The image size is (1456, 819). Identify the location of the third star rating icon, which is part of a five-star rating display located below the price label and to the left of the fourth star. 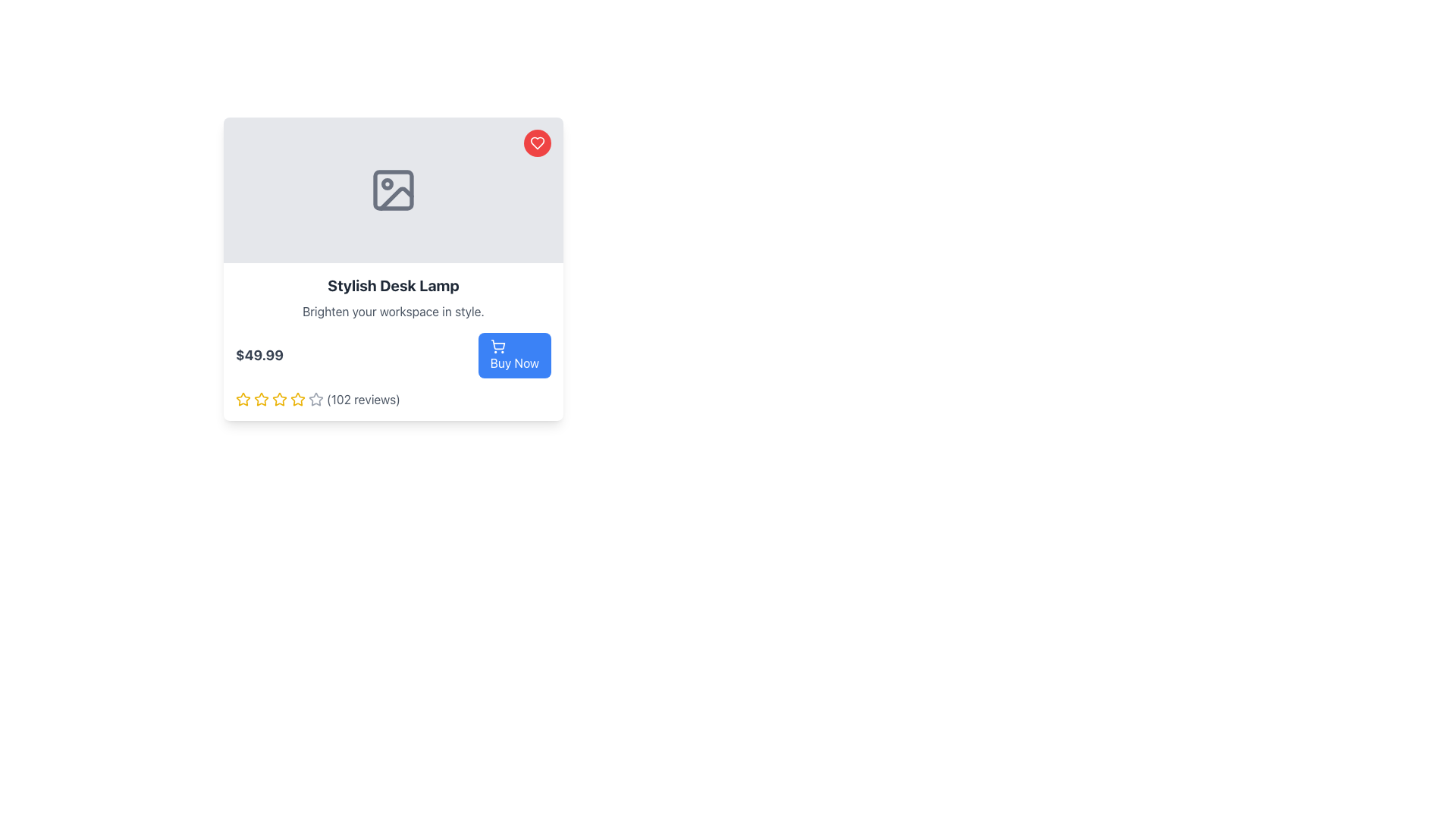
(262, 399).